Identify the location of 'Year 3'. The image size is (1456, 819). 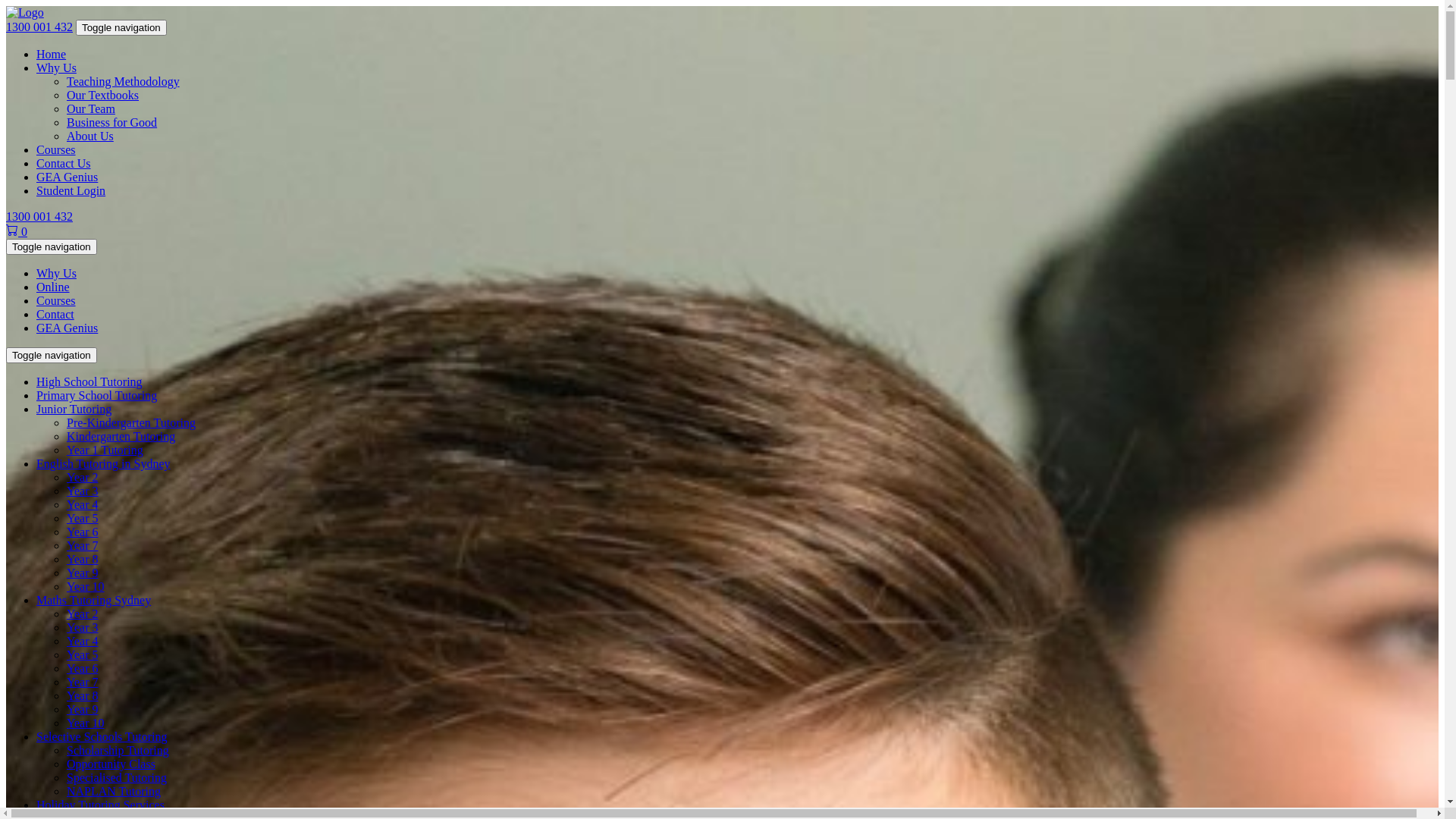
(81, 627).